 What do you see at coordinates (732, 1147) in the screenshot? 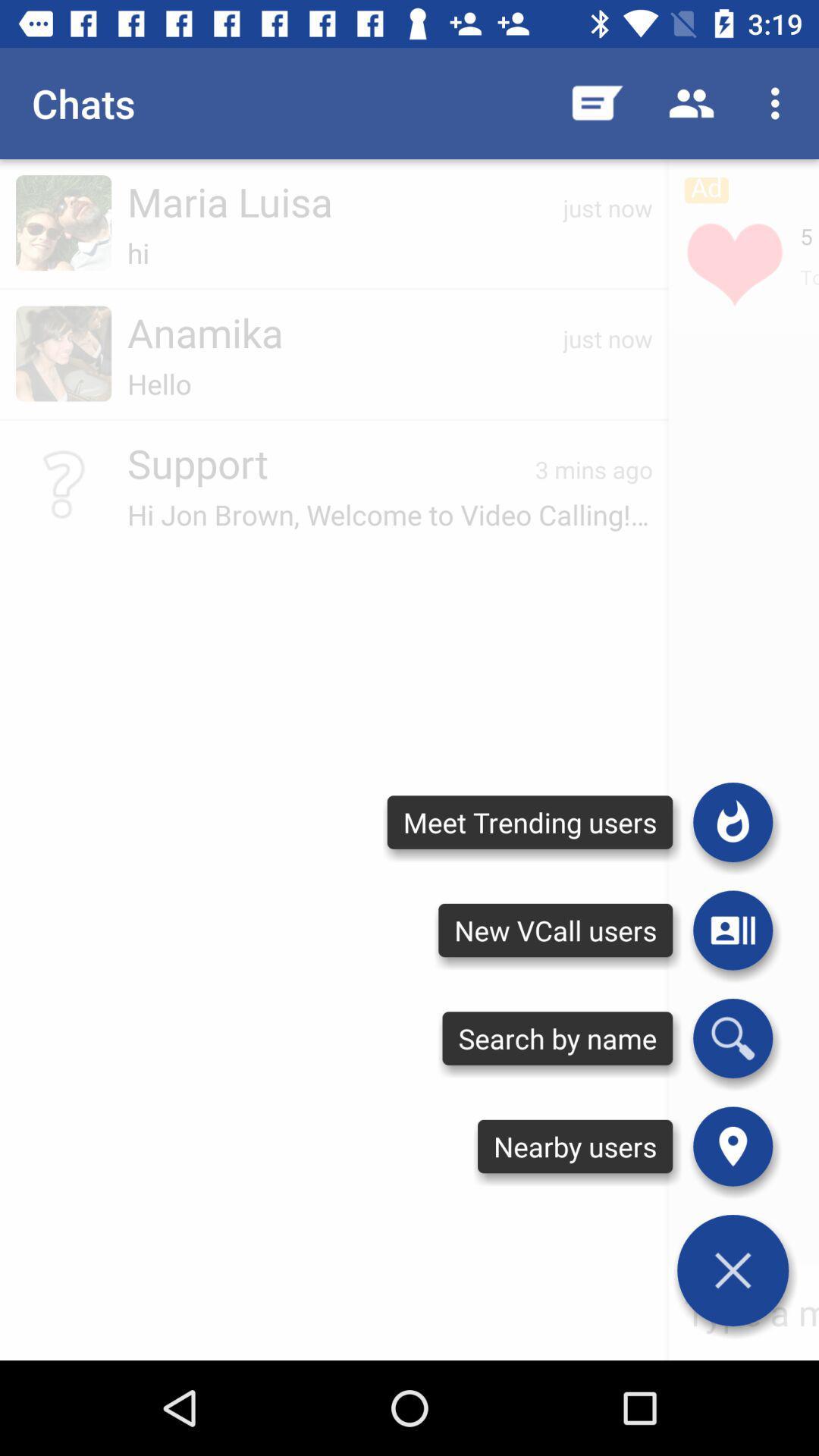
I see `the location icon` at bounding box center [732, 1147].